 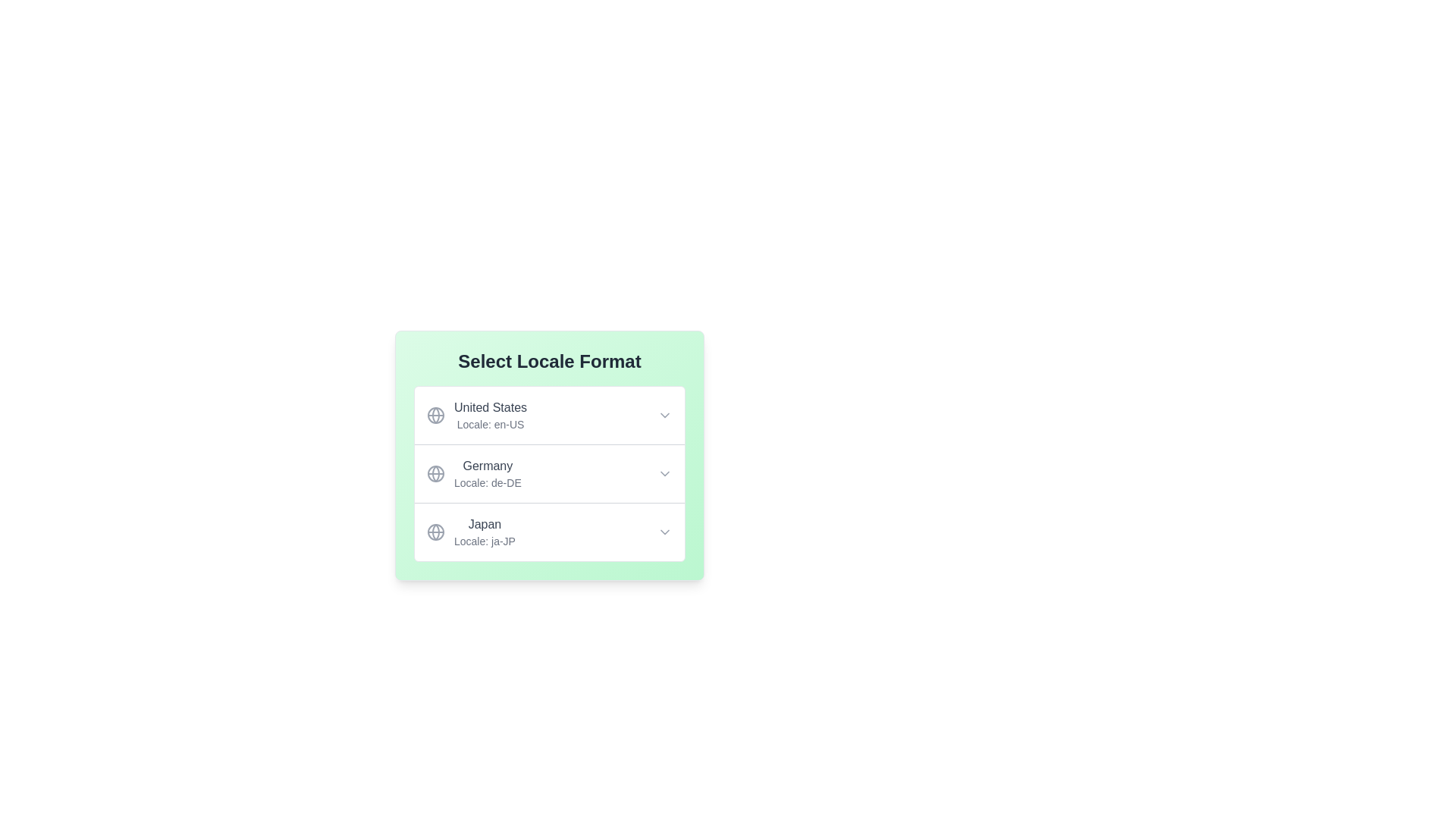 I want to click on the second row of the locale options in the green-toned dialog box titled 'Select Locale Format', so click(x=548, y=455).